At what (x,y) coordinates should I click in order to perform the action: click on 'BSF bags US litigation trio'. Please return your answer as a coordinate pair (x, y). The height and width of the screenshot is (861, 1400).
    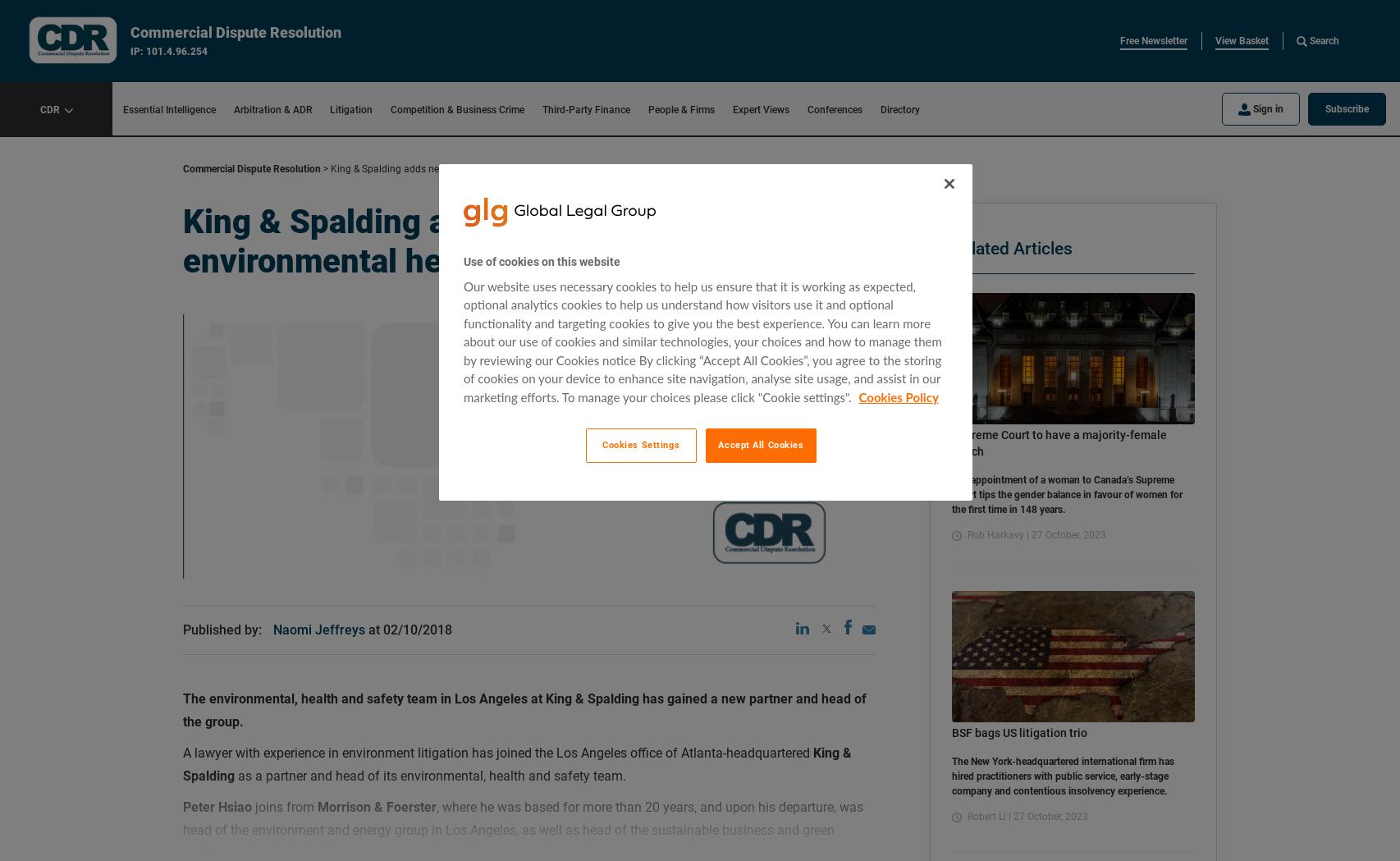
    Looking at the image, I should click on (1019, 730).